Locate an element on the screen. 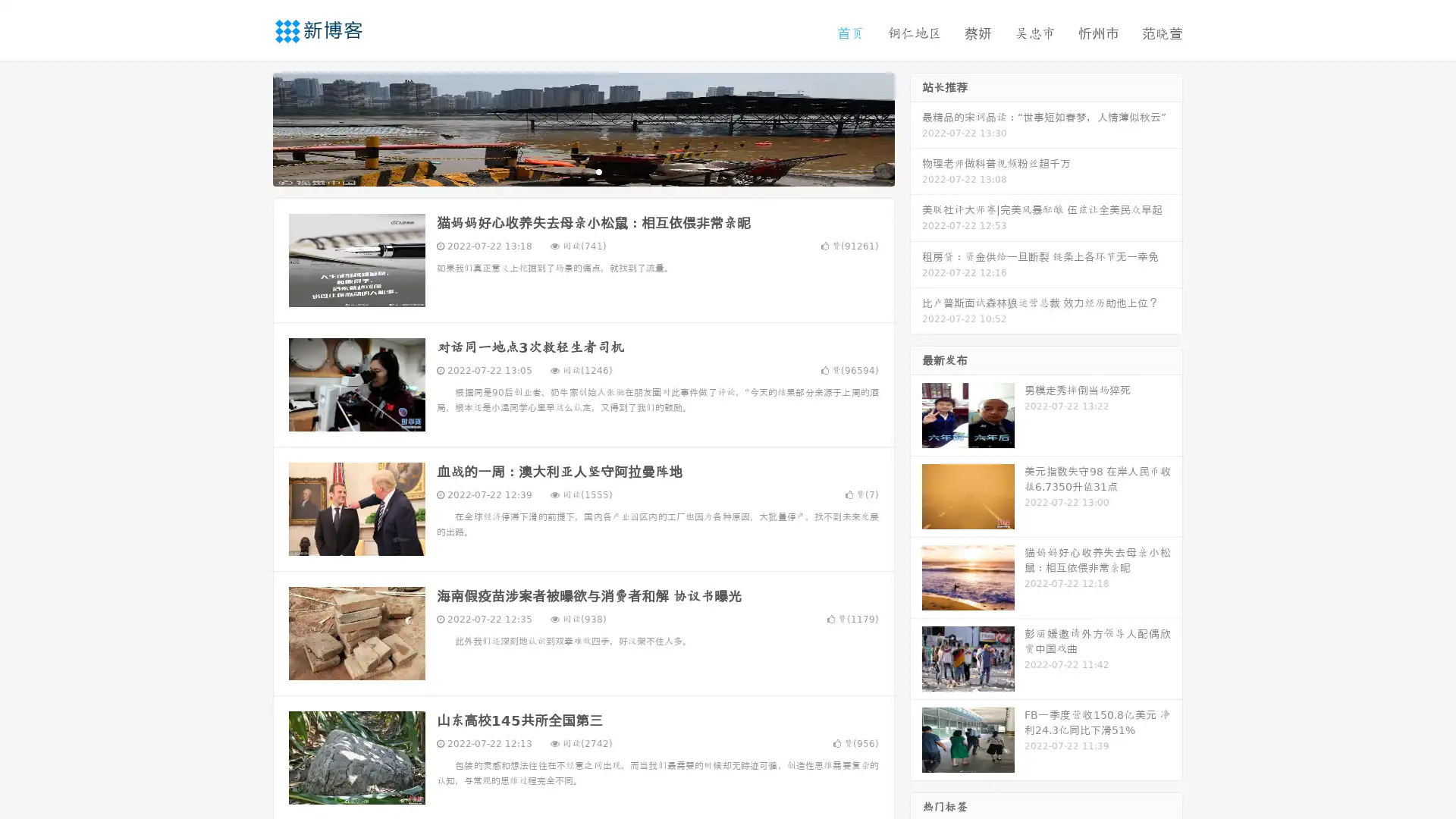 The width and height of the screenshot is (1456, 819). Go to slide 3 is located at coordinates (598, 171).